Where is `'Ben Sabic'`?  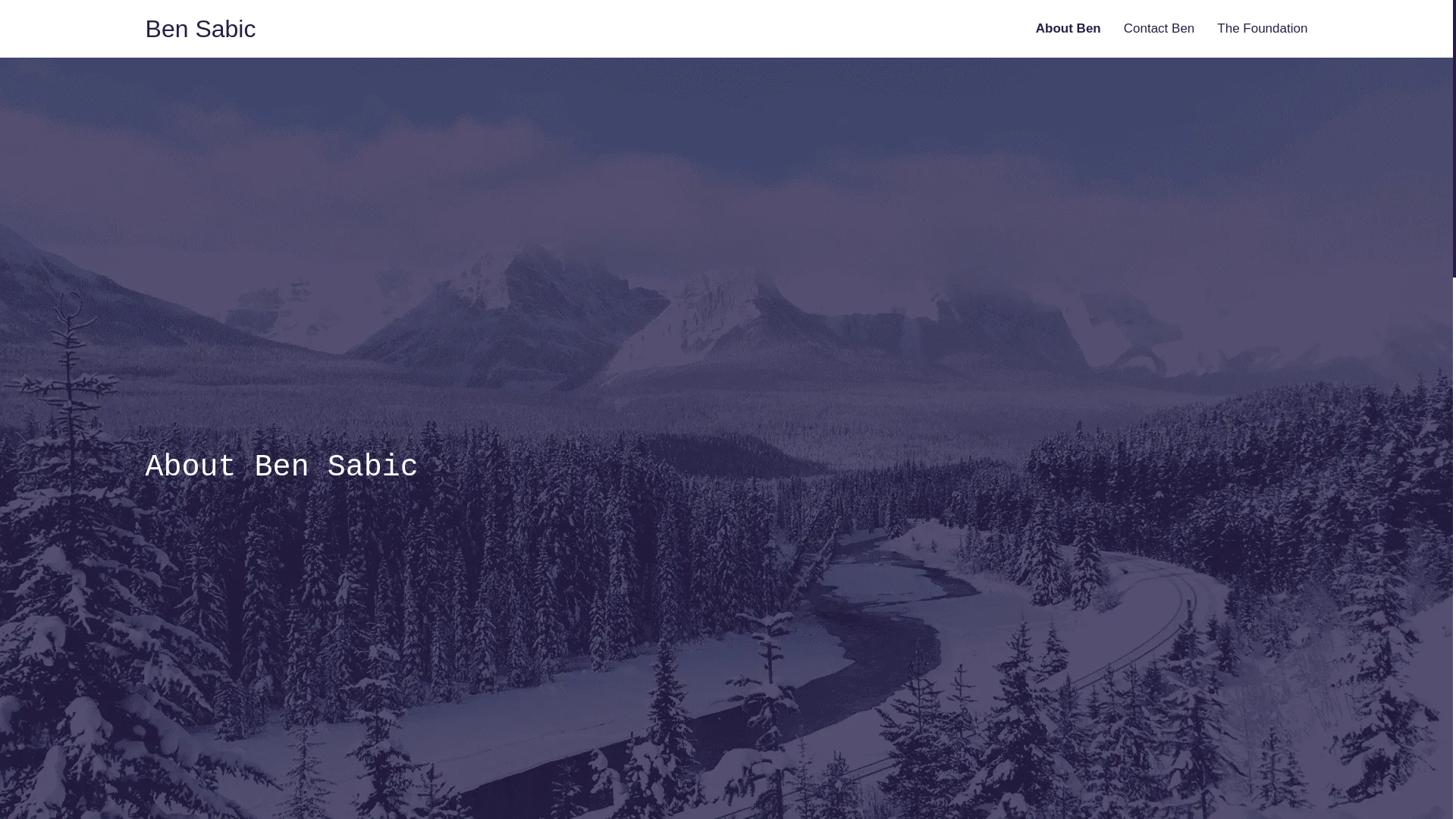
'Ben Sabic' is located at coordinates (199, 29).